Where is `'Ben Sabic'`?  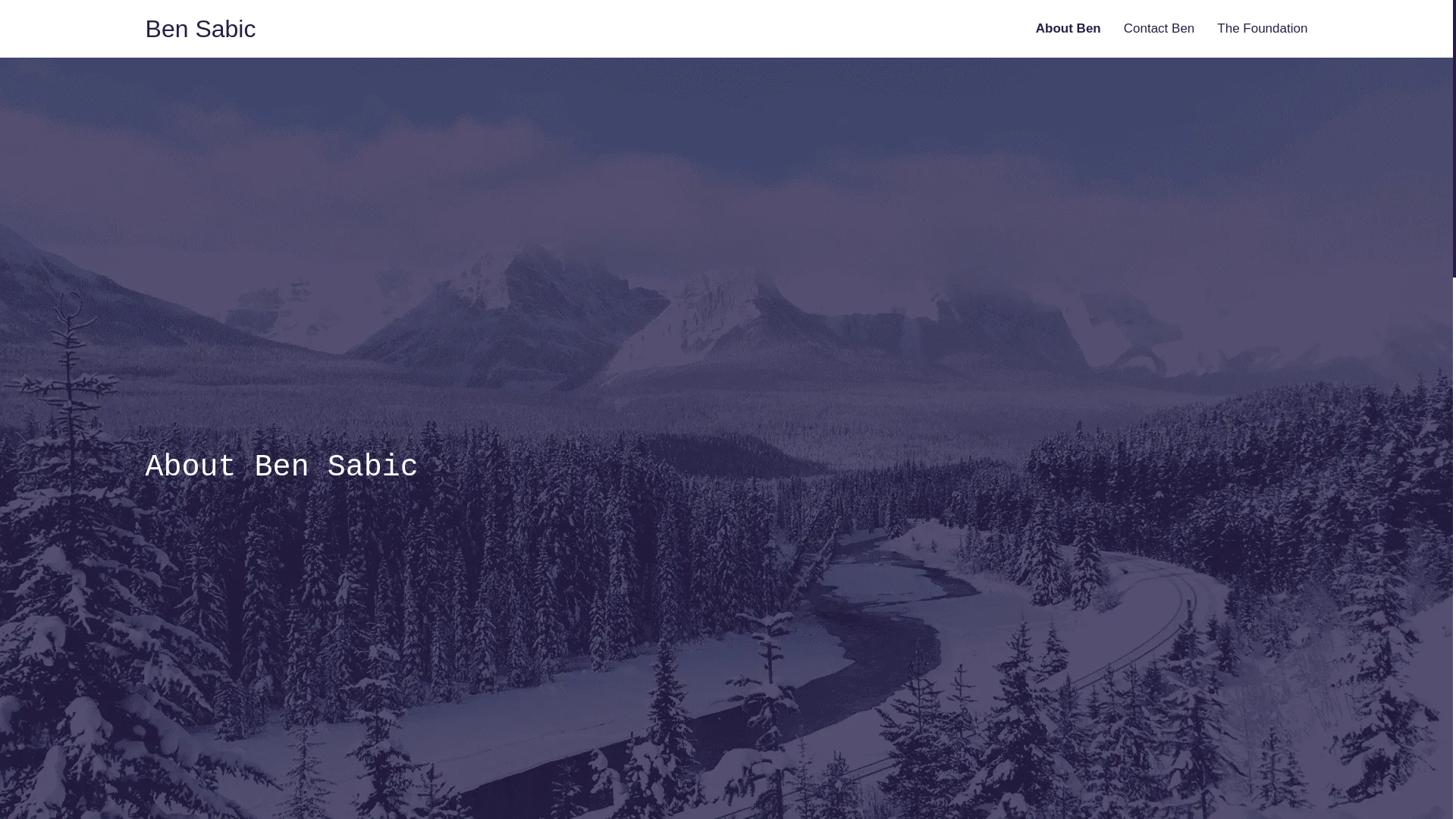
'Ben Sabic' is located at coordinates (199, 29).